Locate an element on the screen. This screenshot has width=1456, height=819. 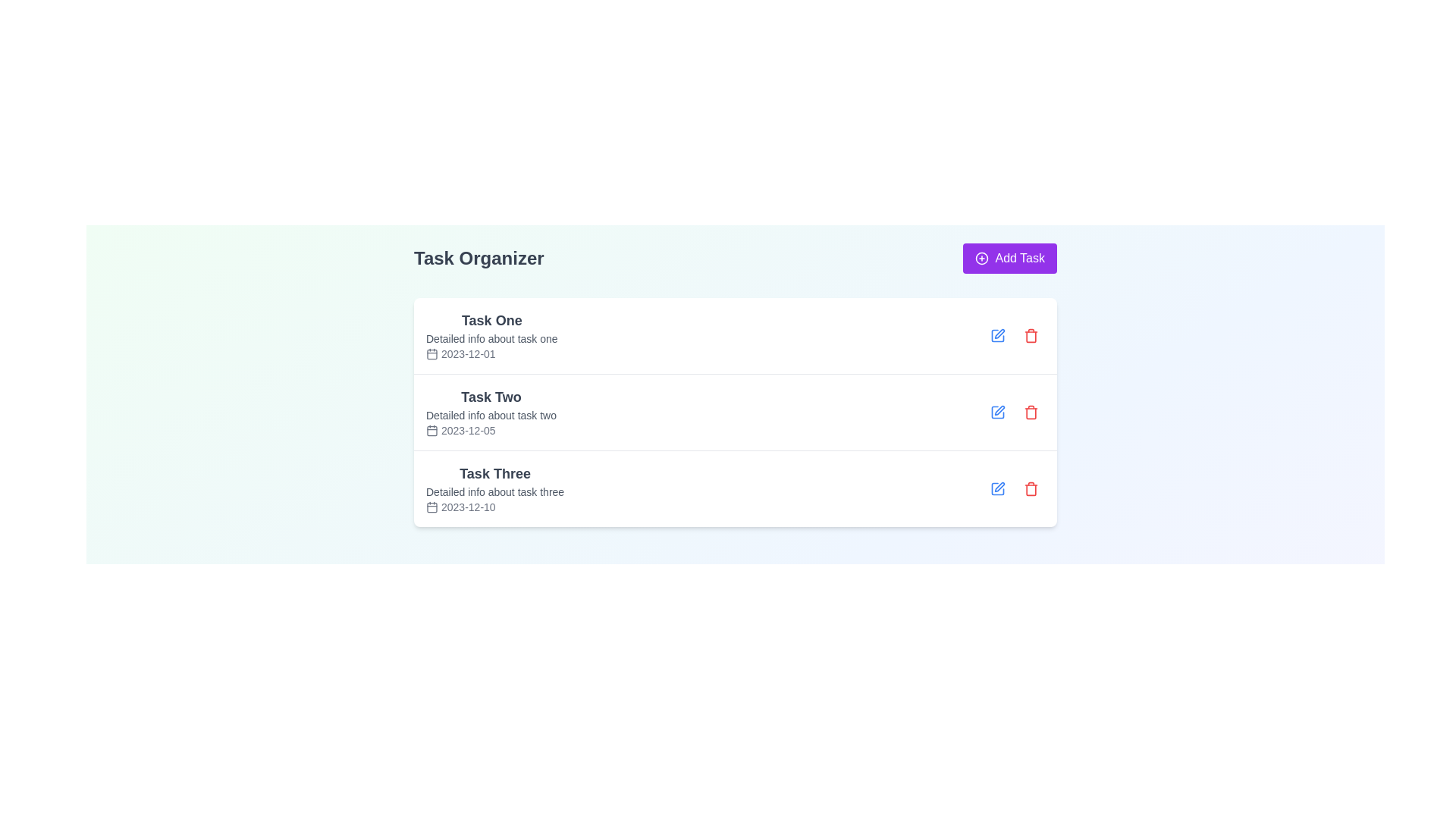
the edit icon associated with 'Task Three' to initiate editing is located at coordinates (999, 486).